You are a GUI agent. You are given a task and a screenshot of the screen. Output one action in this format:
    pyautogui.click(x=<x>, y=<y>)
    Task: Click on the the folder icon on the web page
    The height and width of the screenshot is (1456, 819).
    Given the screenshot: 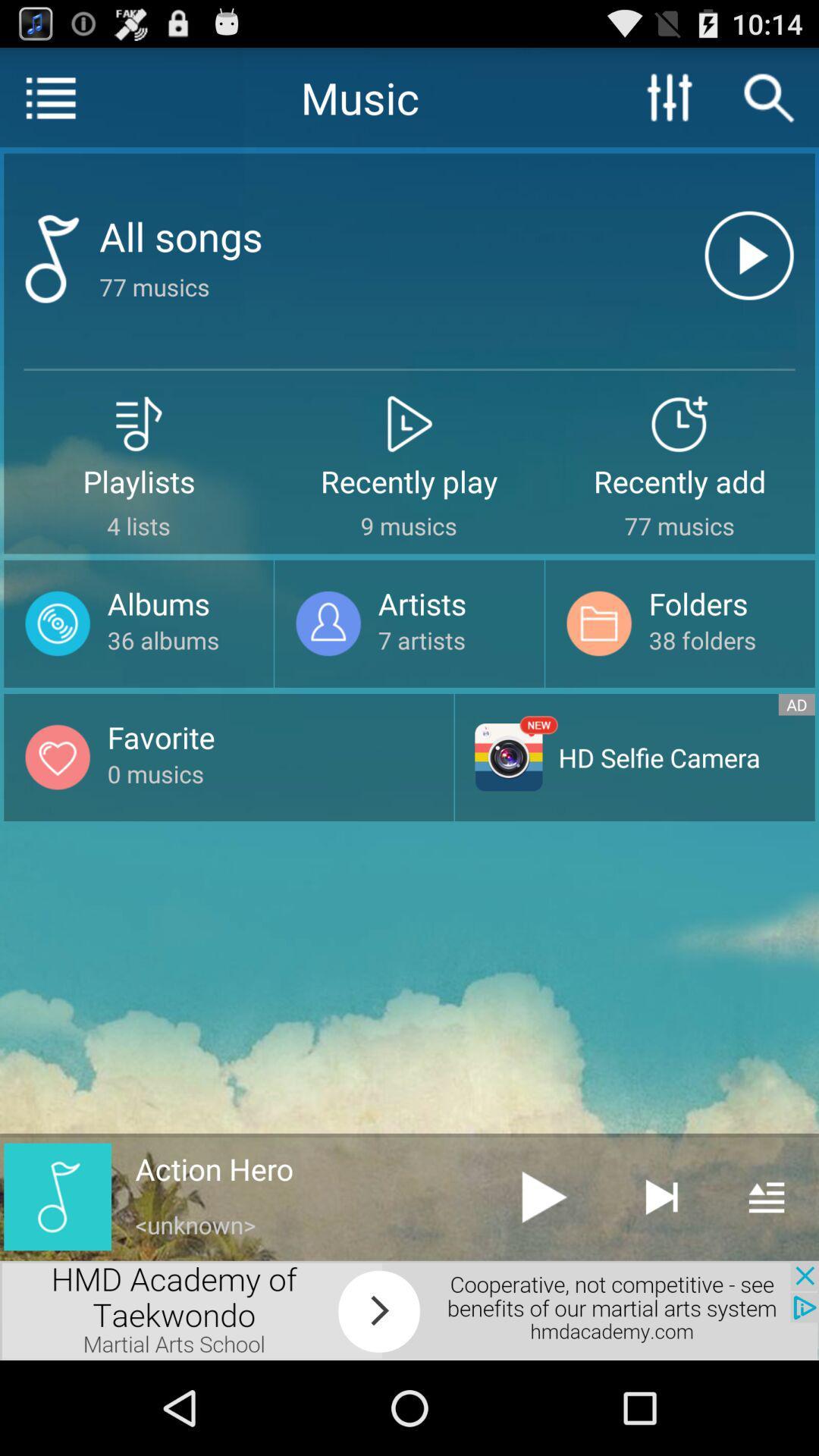 What is the action you would take?
    pyautogui.click(x=598, y=623)
    